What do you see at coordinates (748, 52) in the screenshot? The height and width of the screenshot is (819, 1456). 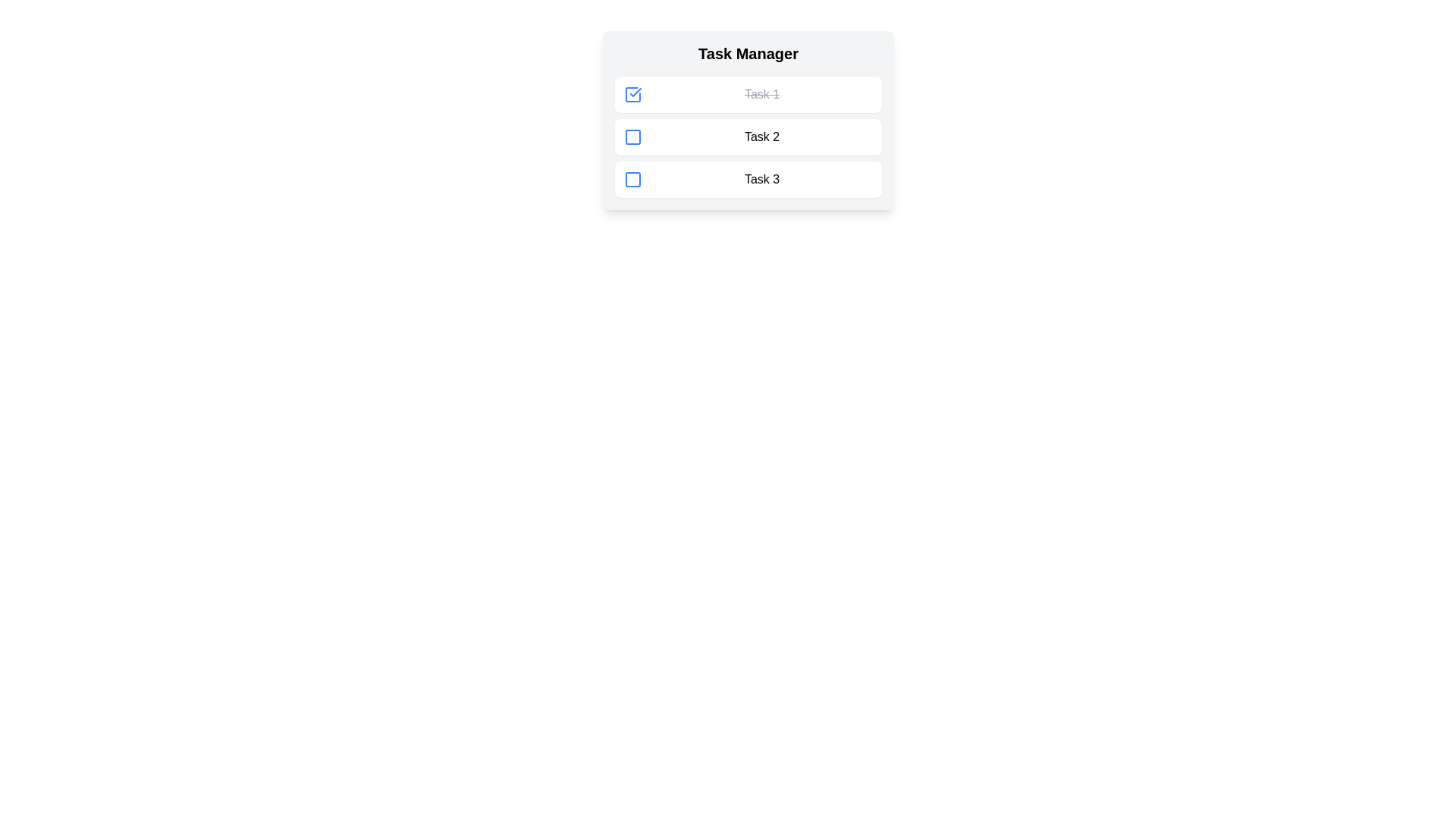 I see `the header text 'Task Manager' to read or copy` at bounding box center [748, 52].